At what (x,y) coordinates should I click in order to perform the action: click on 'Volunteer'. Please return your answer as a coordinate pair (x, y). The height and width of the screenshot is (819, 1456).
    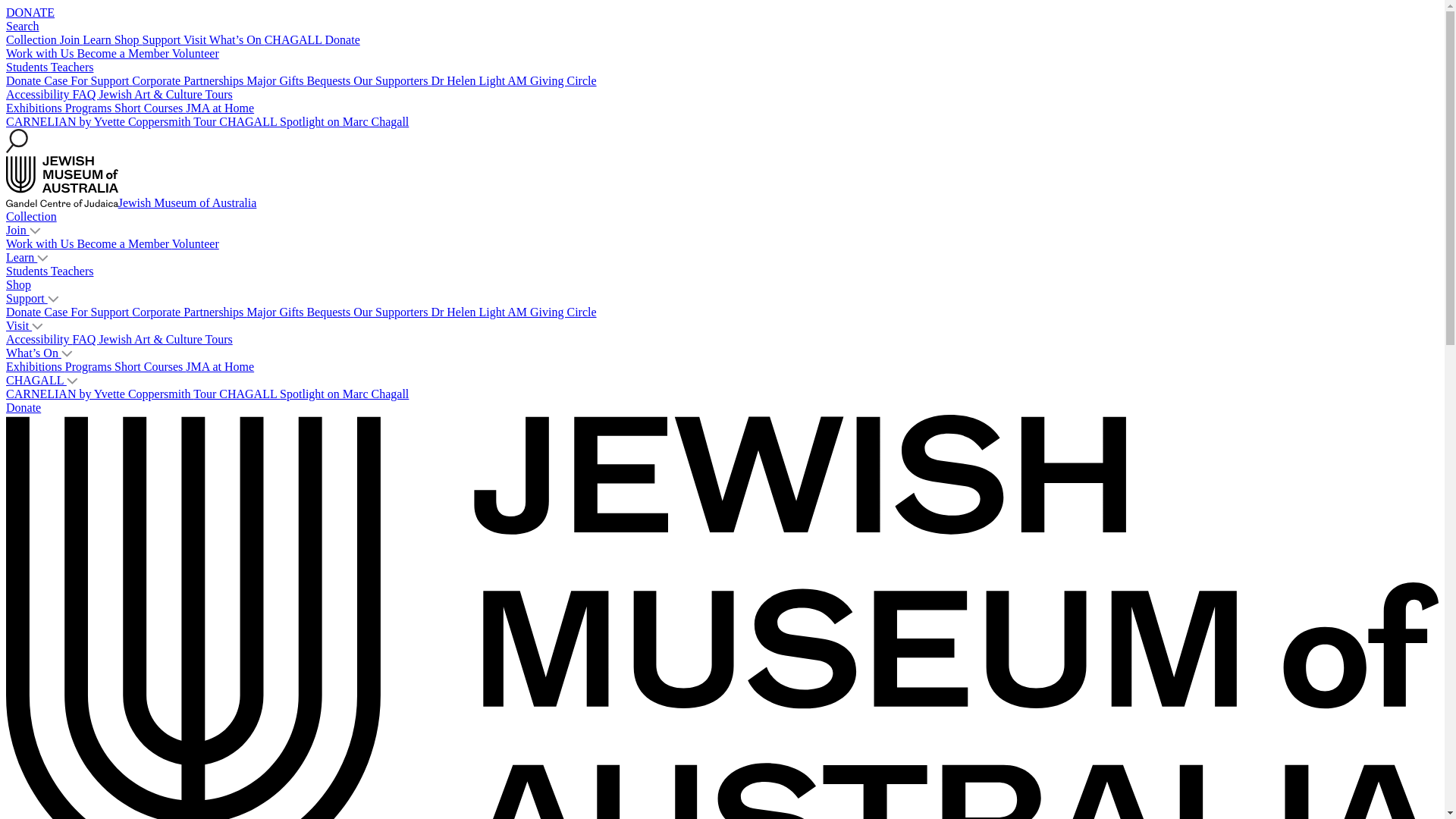
    Looking at the image, I should click on (195, 52).